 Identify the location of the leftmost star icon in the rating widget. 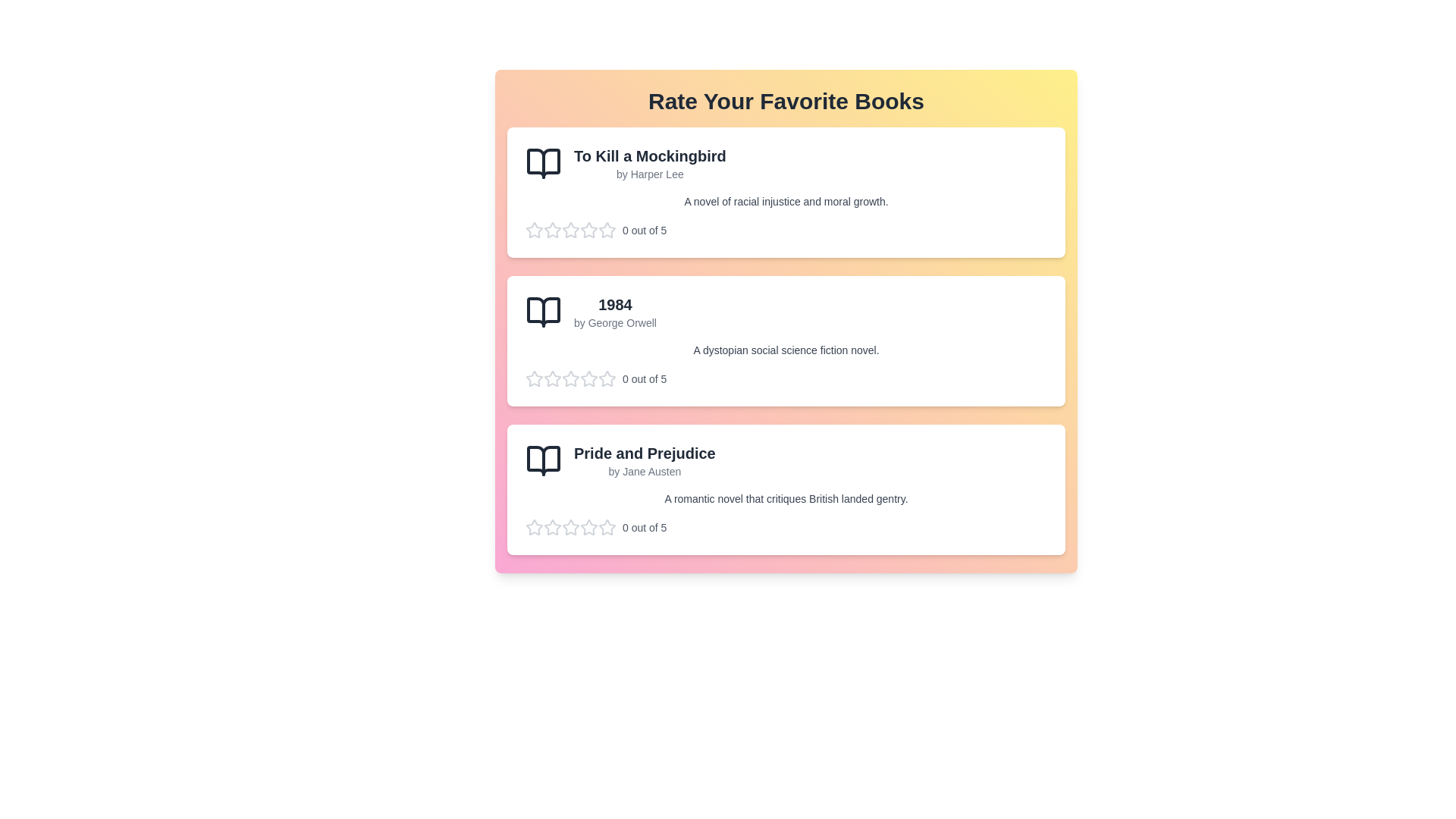
(535, 378).